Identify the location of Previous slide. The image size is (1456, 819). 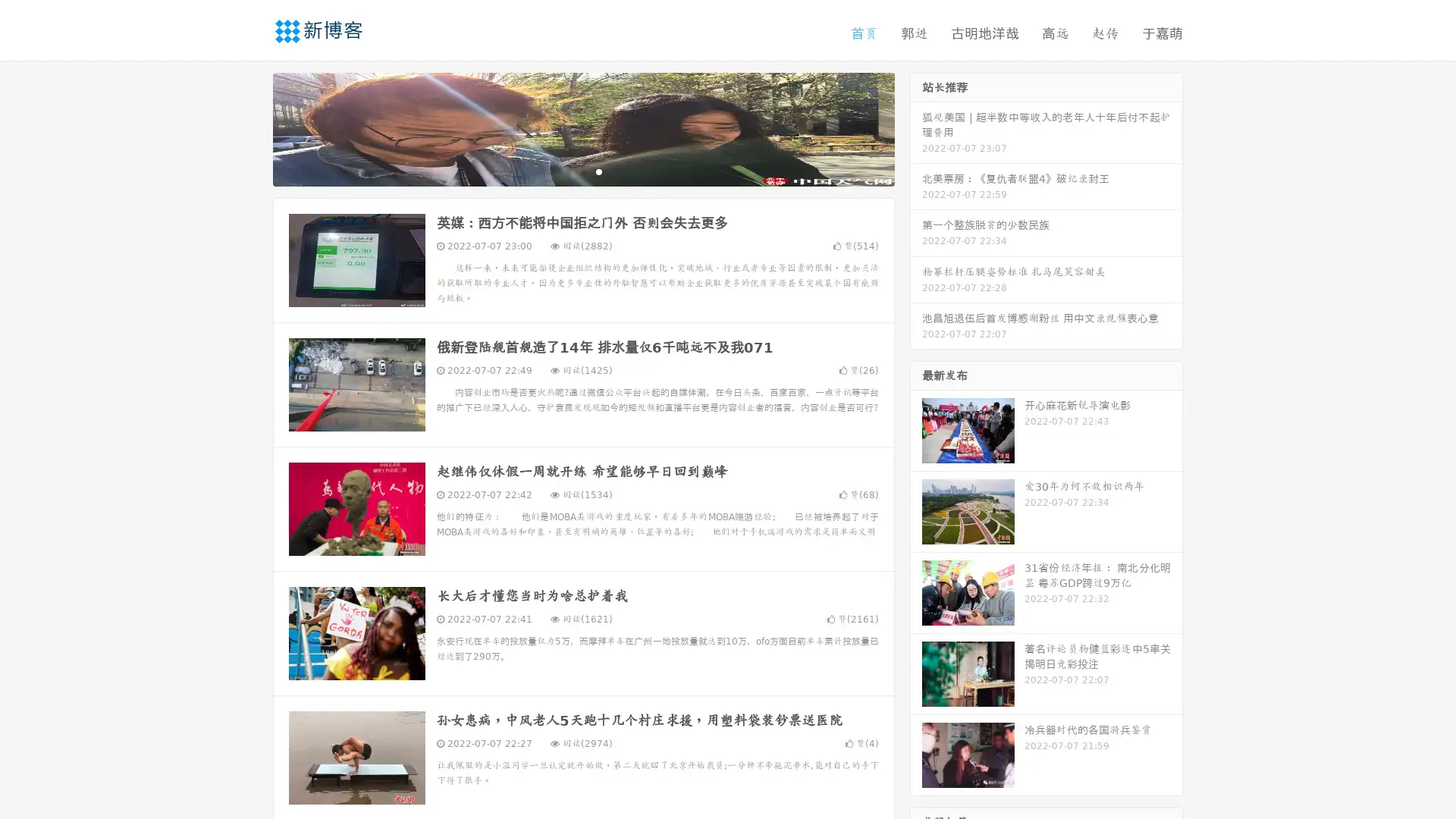
(250, 127).